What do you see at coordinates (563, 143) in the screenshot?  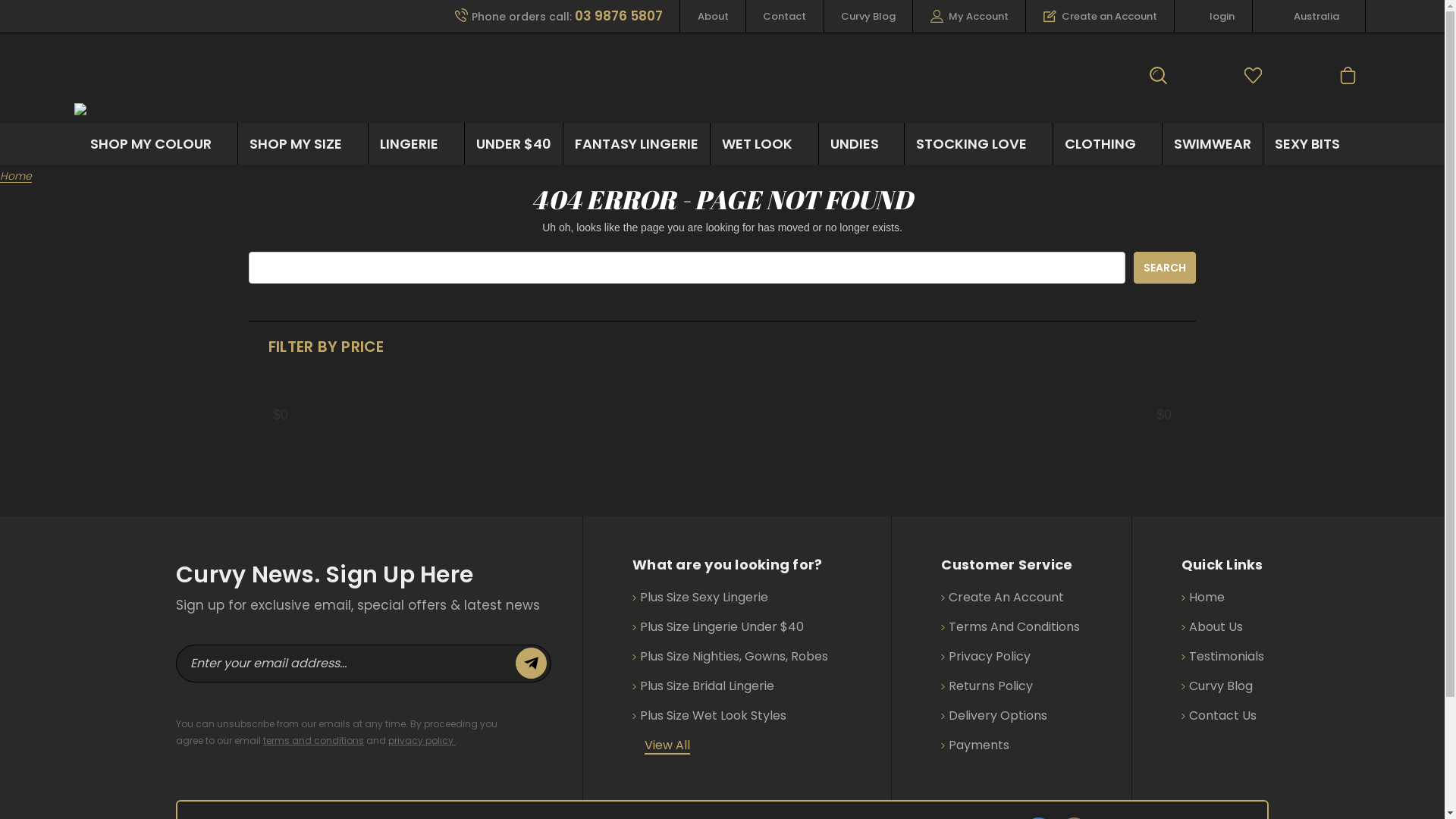 I see `'FANTASY LINGERIE'` at bounding box center [563, 143].